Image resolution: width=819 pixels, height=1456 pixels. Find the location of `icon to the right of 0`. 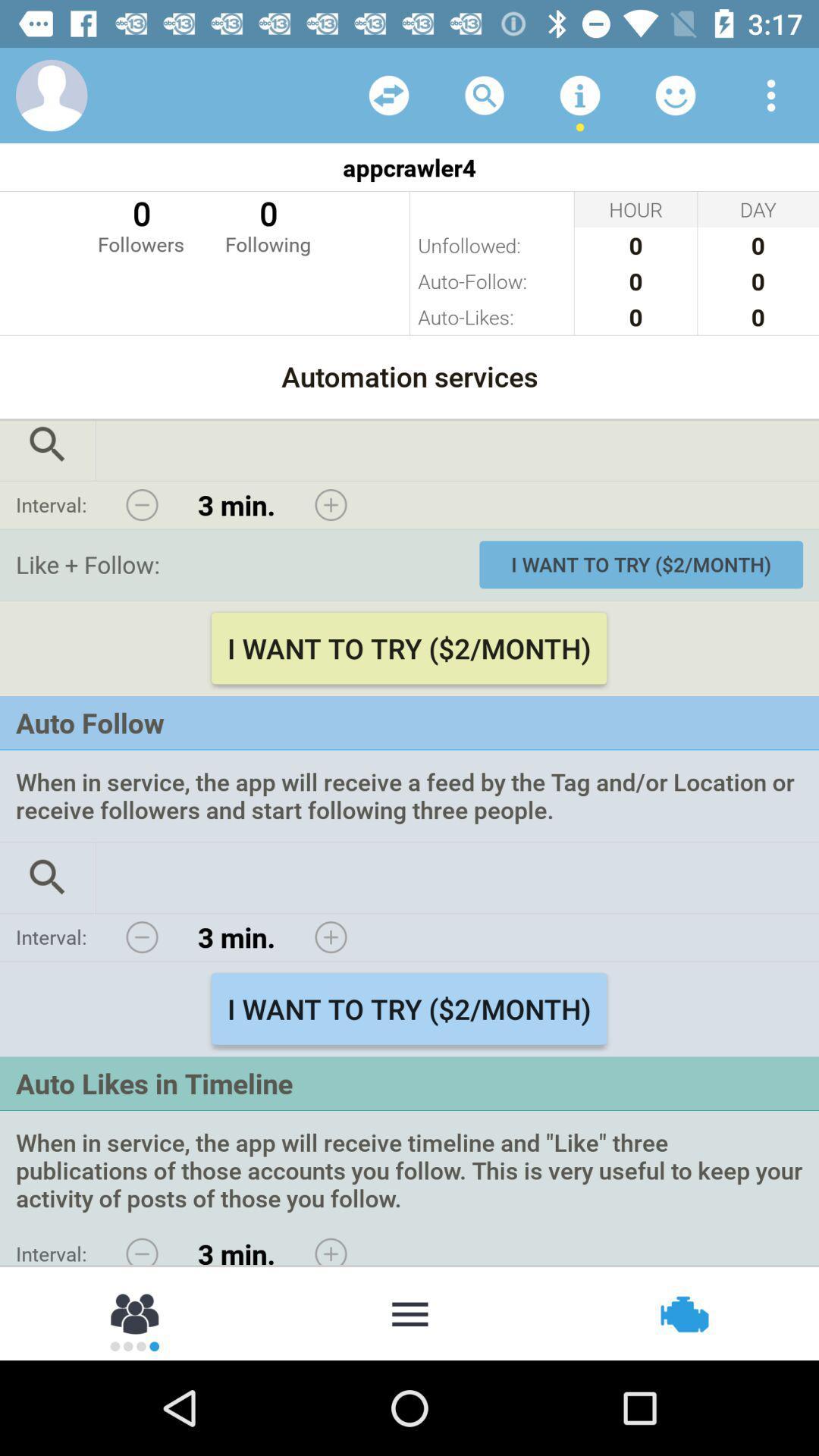

icon to the right of 0 is located at coordinates (267, 224).